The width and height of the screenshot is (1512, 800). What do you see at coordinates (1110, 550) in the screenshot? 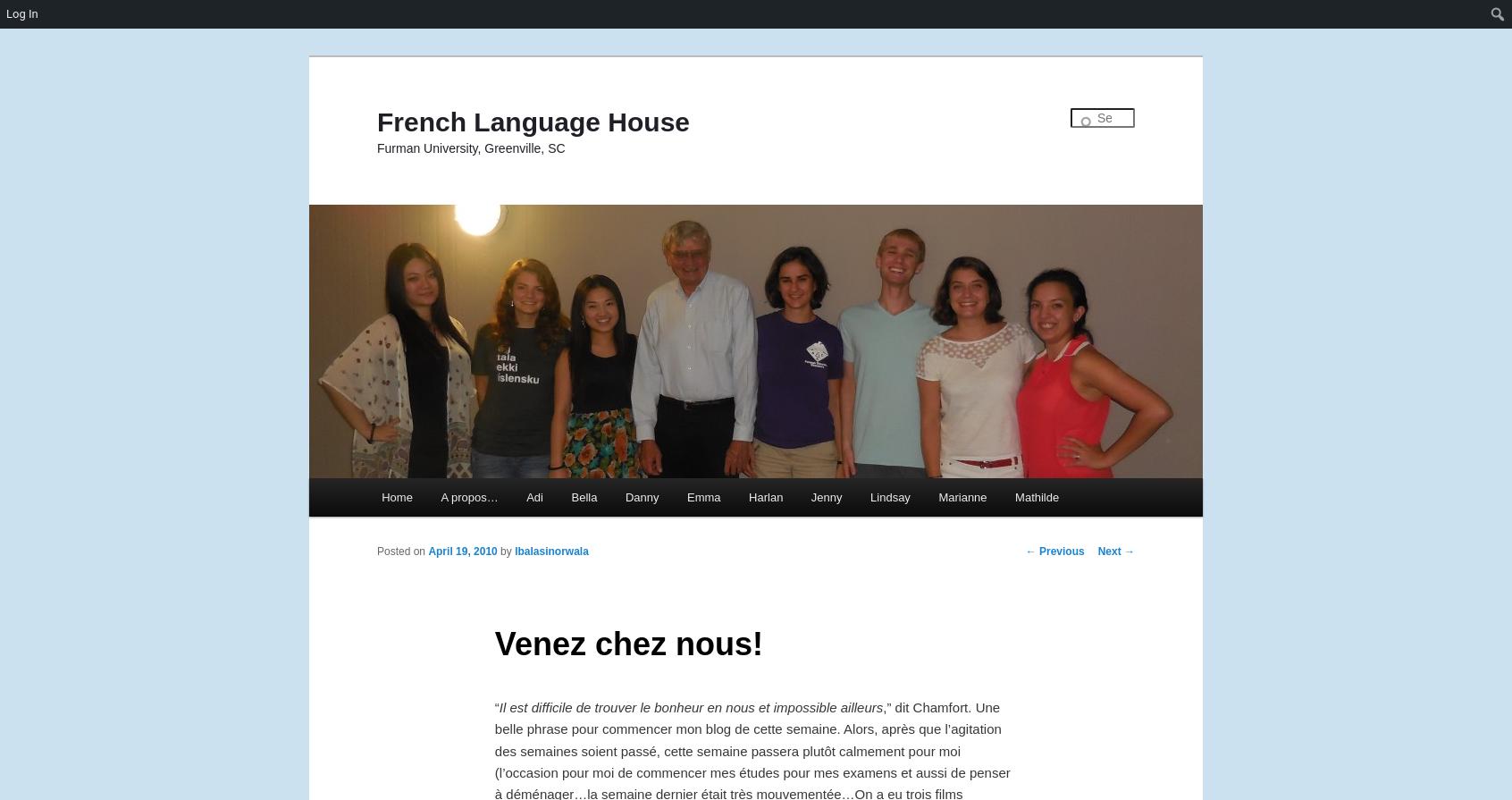
I see `'Next'` at bounding box center [1110, 550].